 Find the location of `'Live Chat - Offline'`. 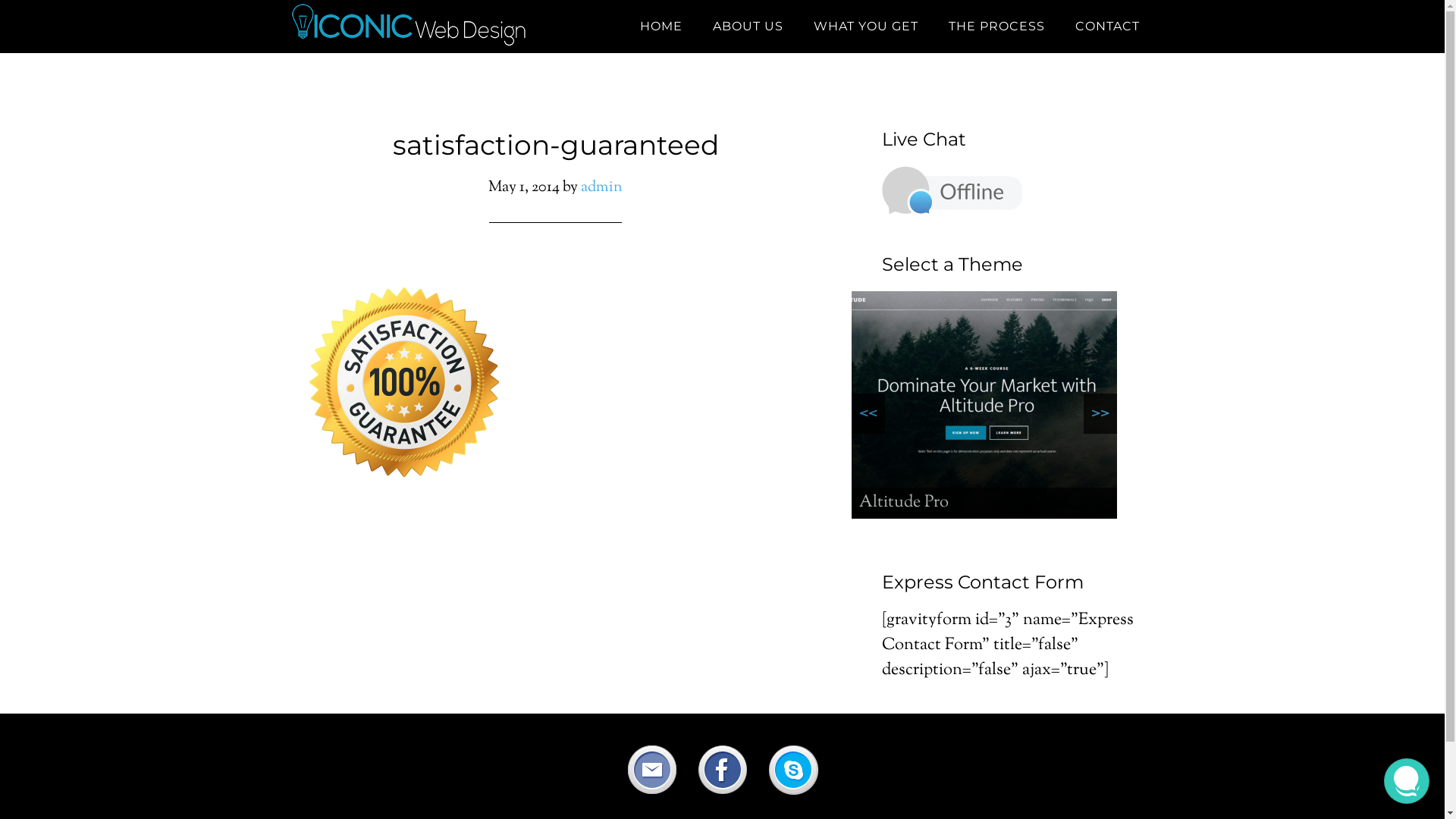

'Live Chat - Offline' is located at coordinates (950, 189).